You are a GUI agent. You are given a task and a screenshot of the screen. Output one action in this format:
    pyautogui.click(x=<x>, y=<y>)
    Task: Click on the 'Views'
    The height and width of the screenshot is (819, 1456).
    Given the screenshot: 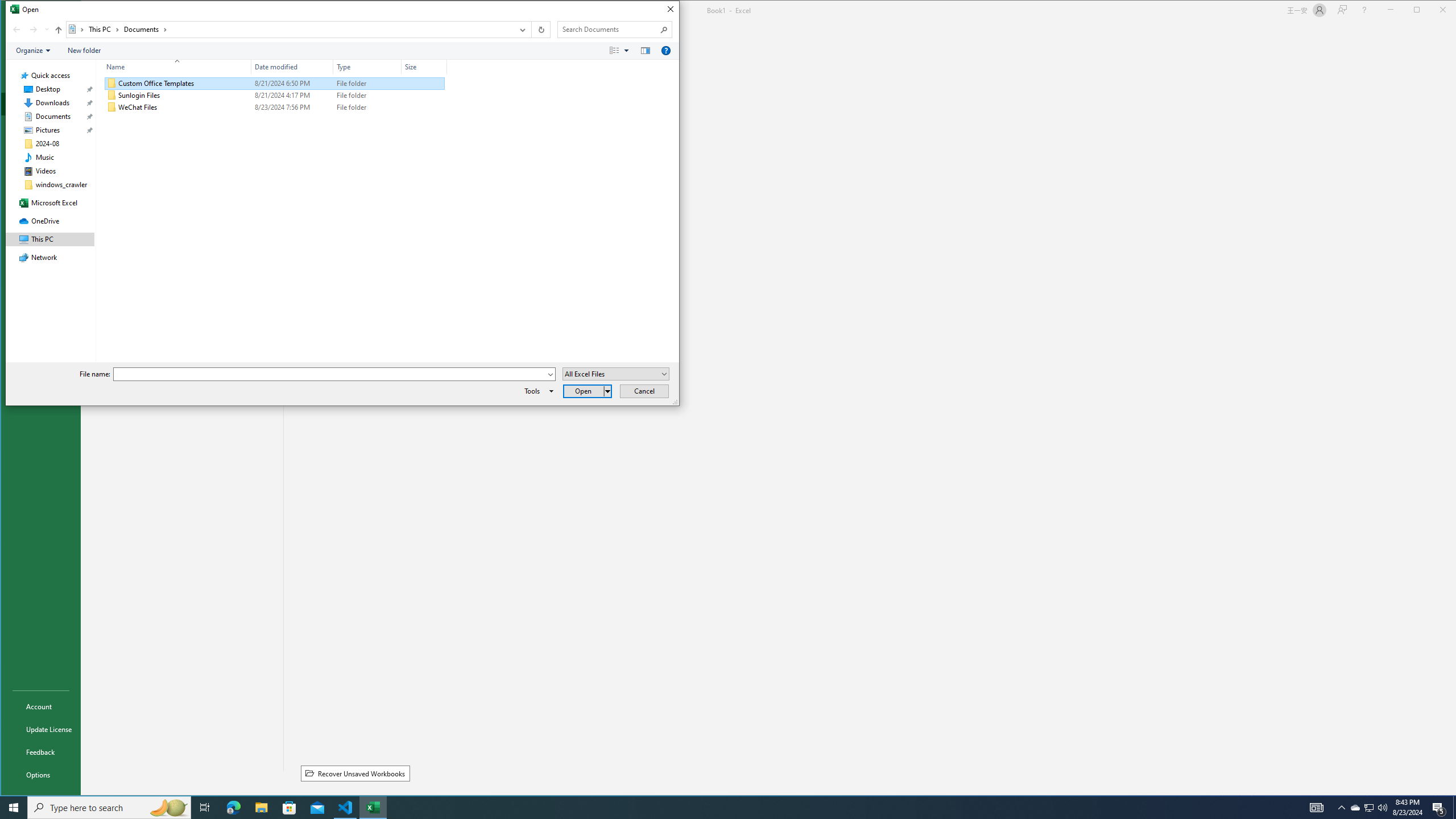 What is the action you would take?
    pyautogui.click(x=621, y=50)
    